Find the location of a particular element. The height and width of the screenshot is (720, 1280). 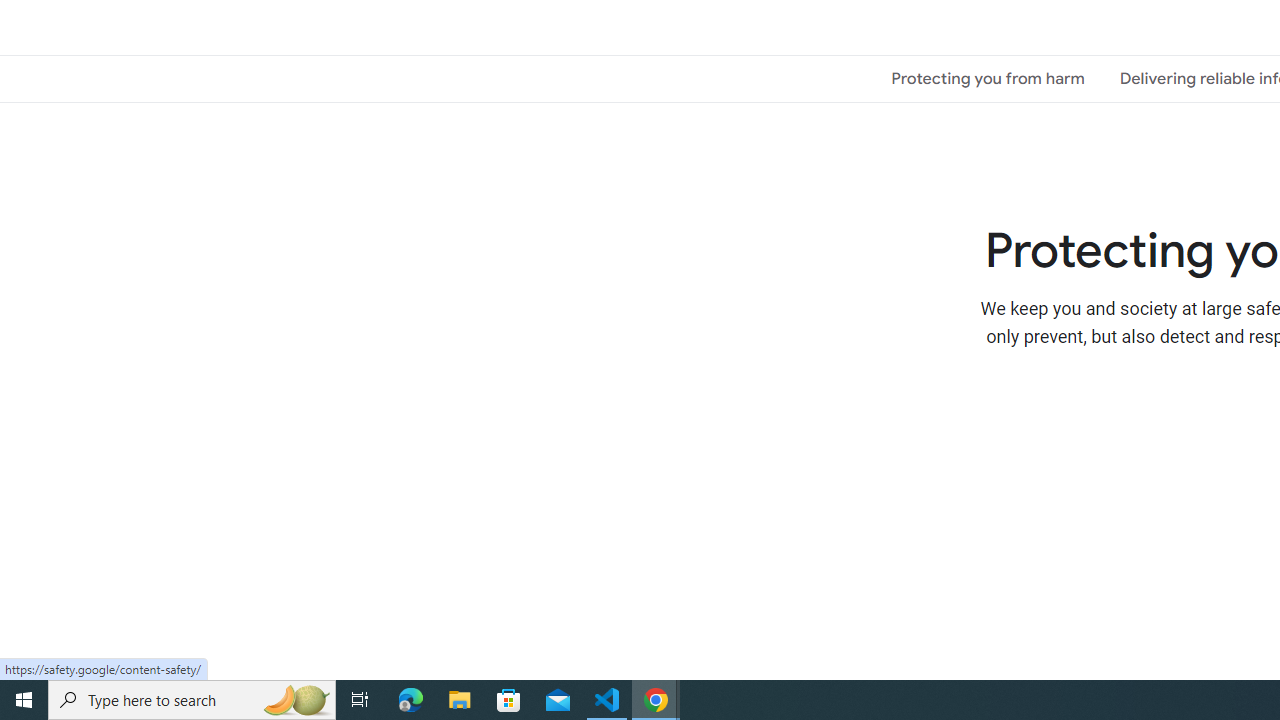

'Protecting you from harm' is located at coordinates (988, 77).